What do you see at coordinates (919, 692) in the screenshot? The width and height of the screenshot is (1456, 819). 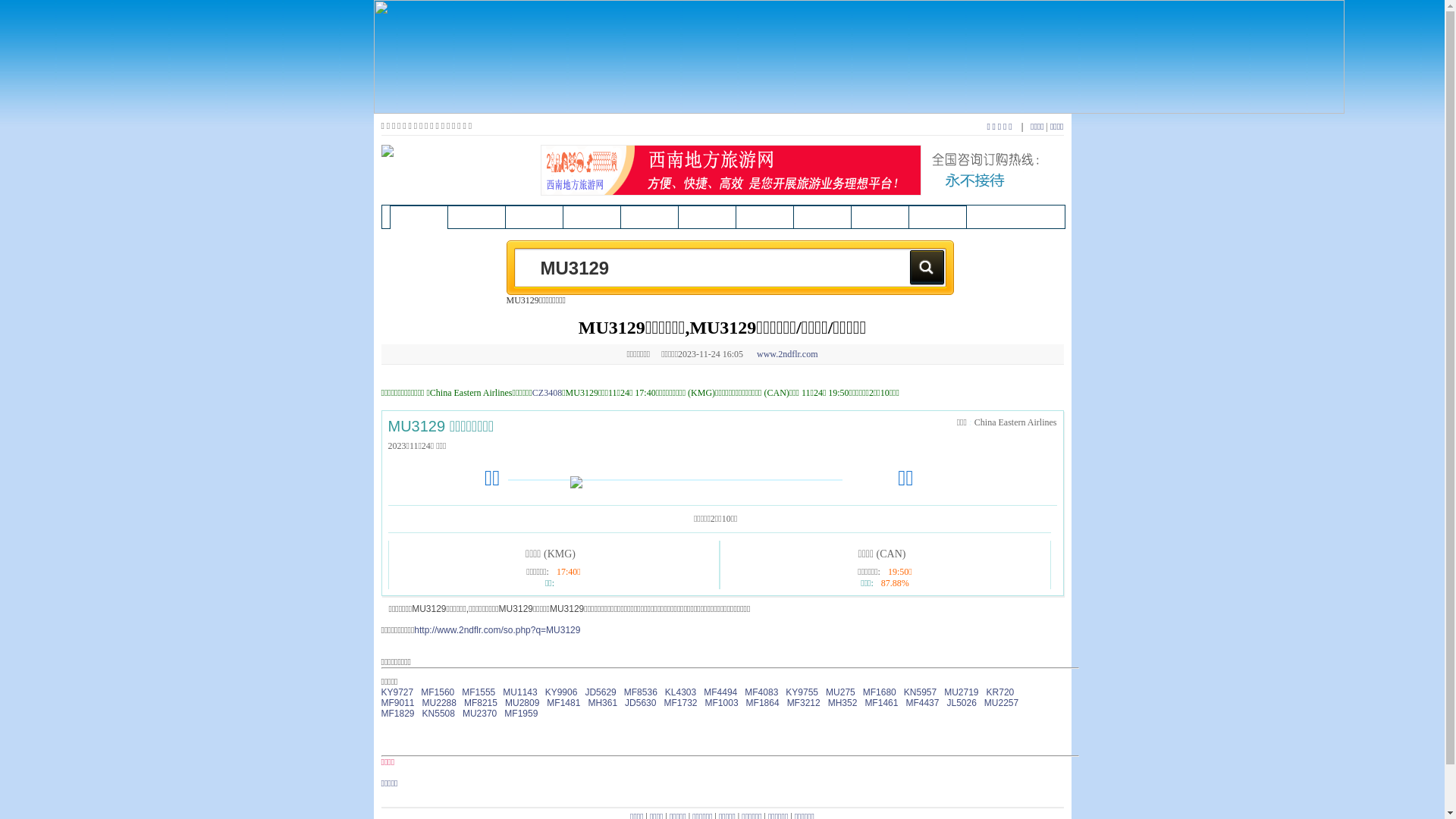 I see `'KN5957'` at bounding box center [919, 692].